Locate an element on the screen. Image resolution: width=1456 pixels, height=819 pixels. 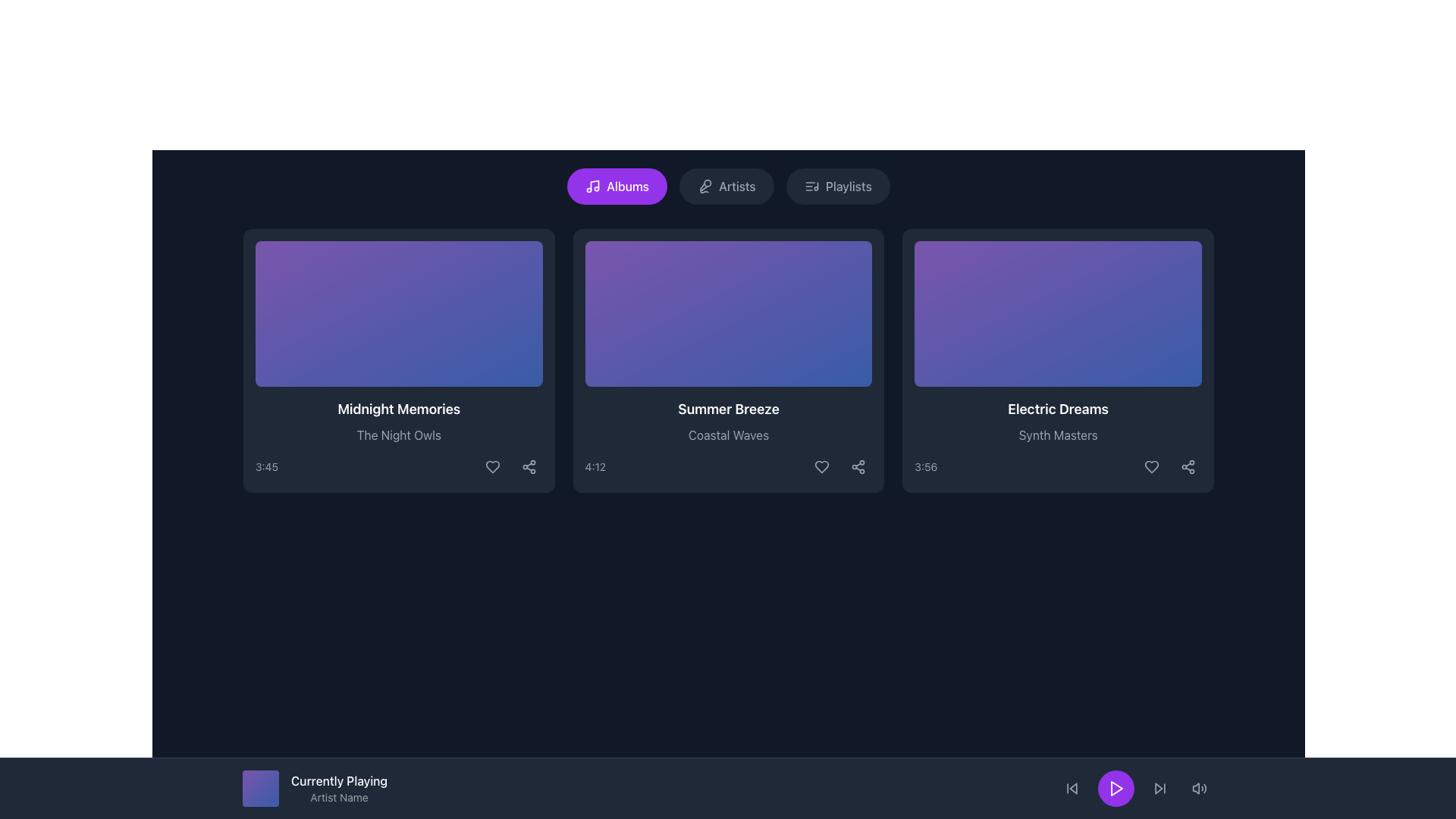
the small forward arrow icon located to the right of the main playback controls is located at coordinates (1159, 788).